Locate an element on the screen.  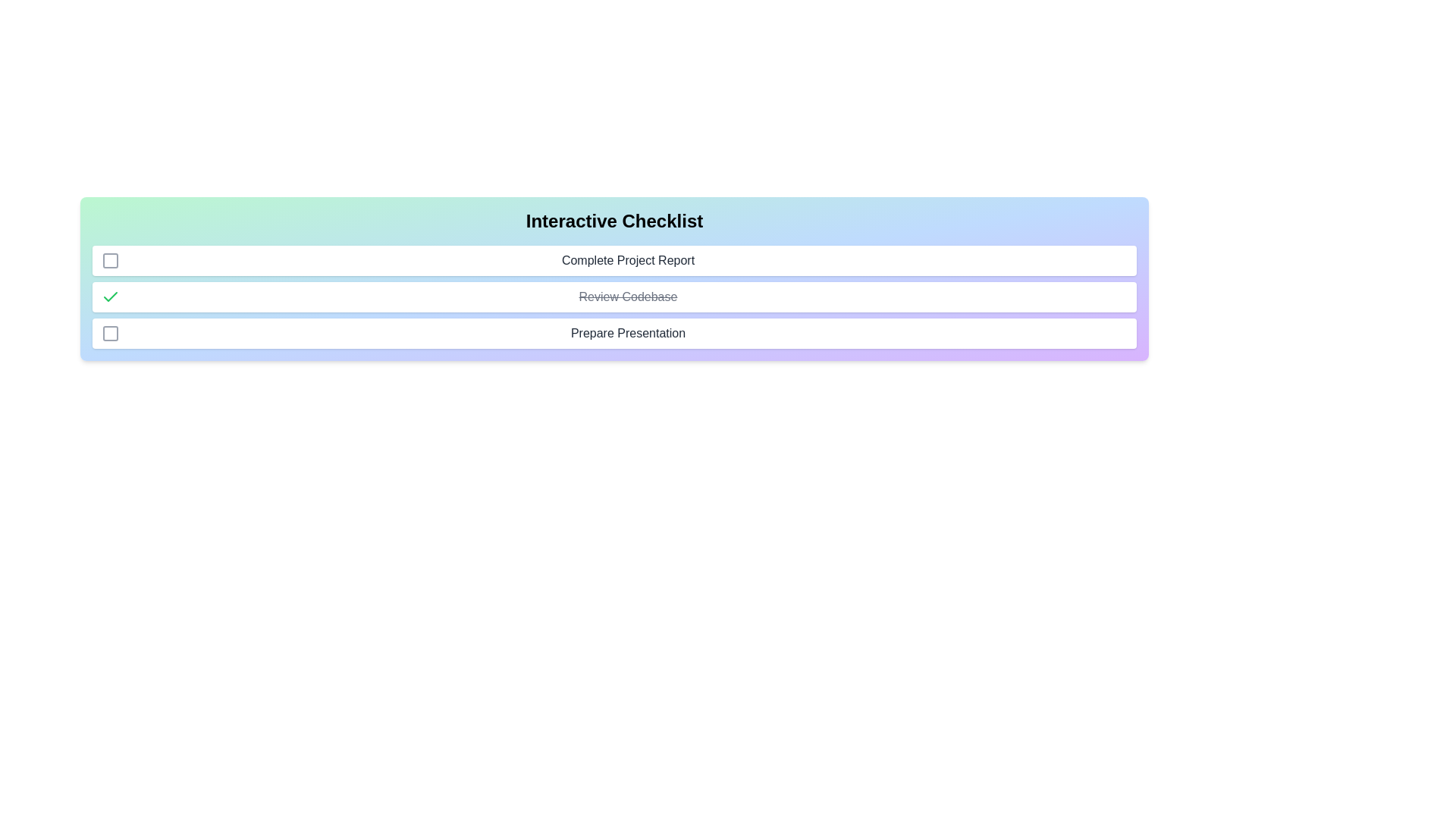
the label of the task Complete Project Report to focus or interact with it is located at coordinates (628, 259).